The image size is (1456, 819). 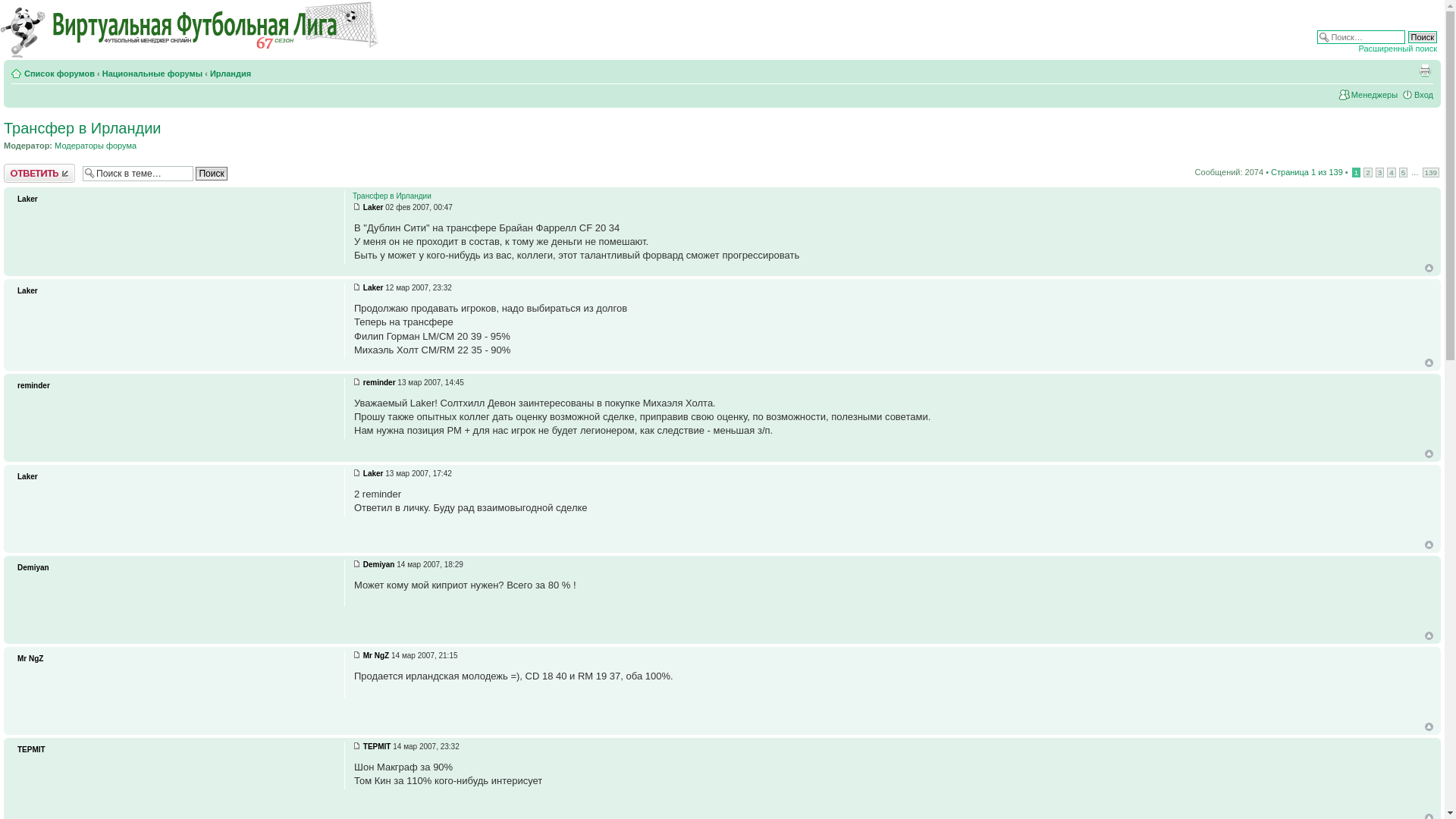 What do you see at coordinates (1429, 171) in the screenshot?
I see `'139'` at bounding box center [1429, 171].